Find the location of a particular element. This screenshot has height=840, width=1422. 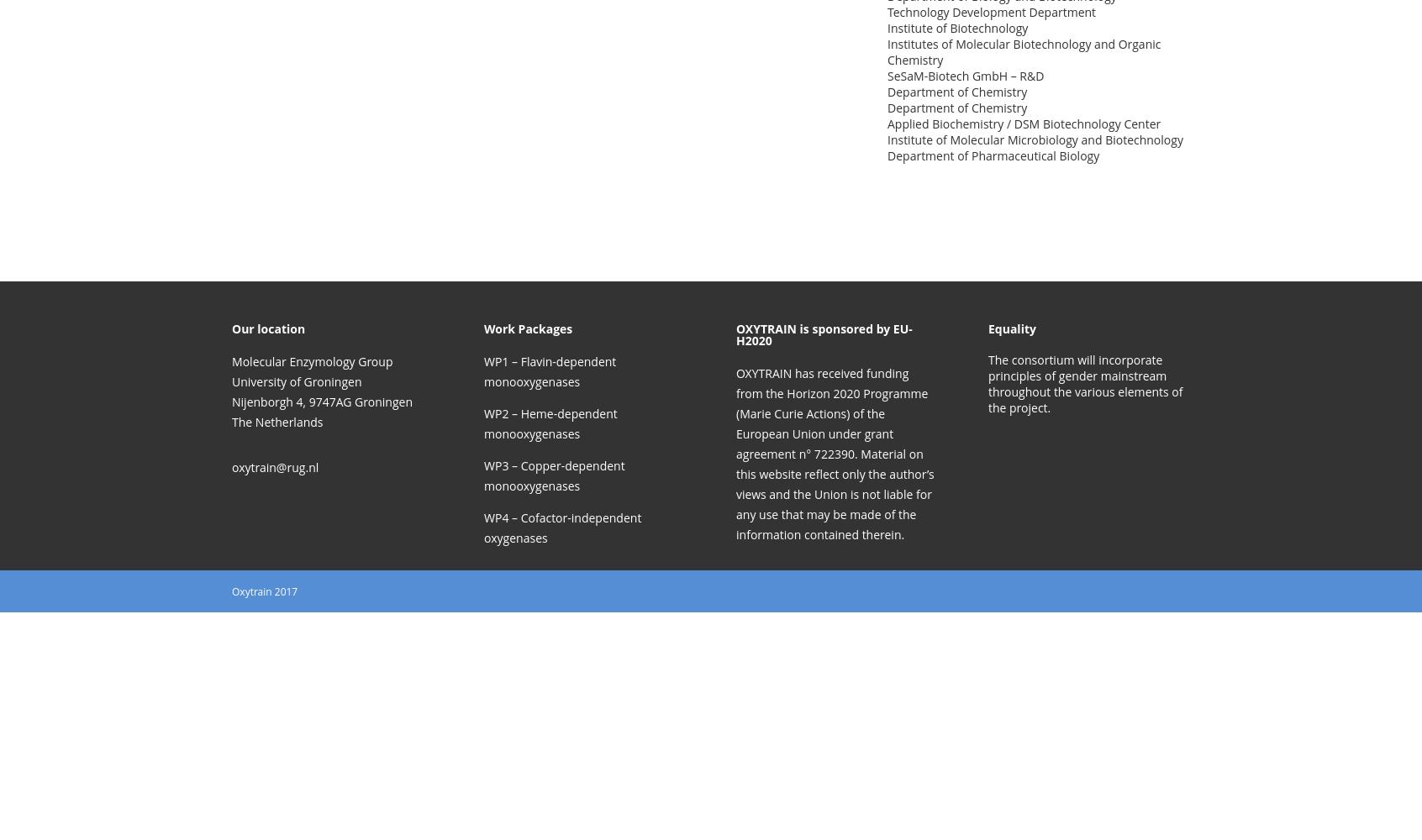

'Our location' is located at coordinates (267, 328).